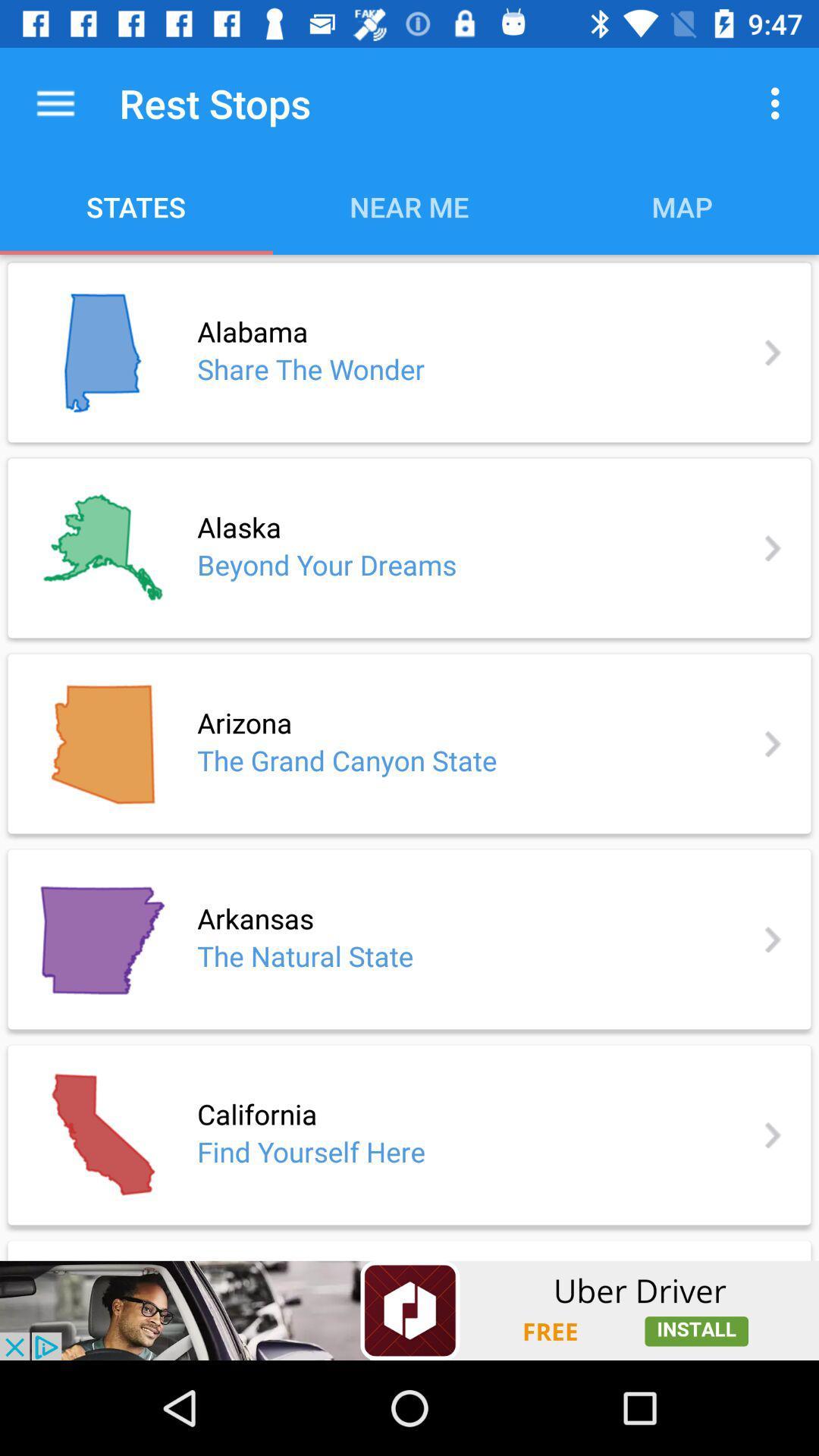  Describe the element at coordinates (409, 1310) in the screenshot. I see `advertisement` at that location.